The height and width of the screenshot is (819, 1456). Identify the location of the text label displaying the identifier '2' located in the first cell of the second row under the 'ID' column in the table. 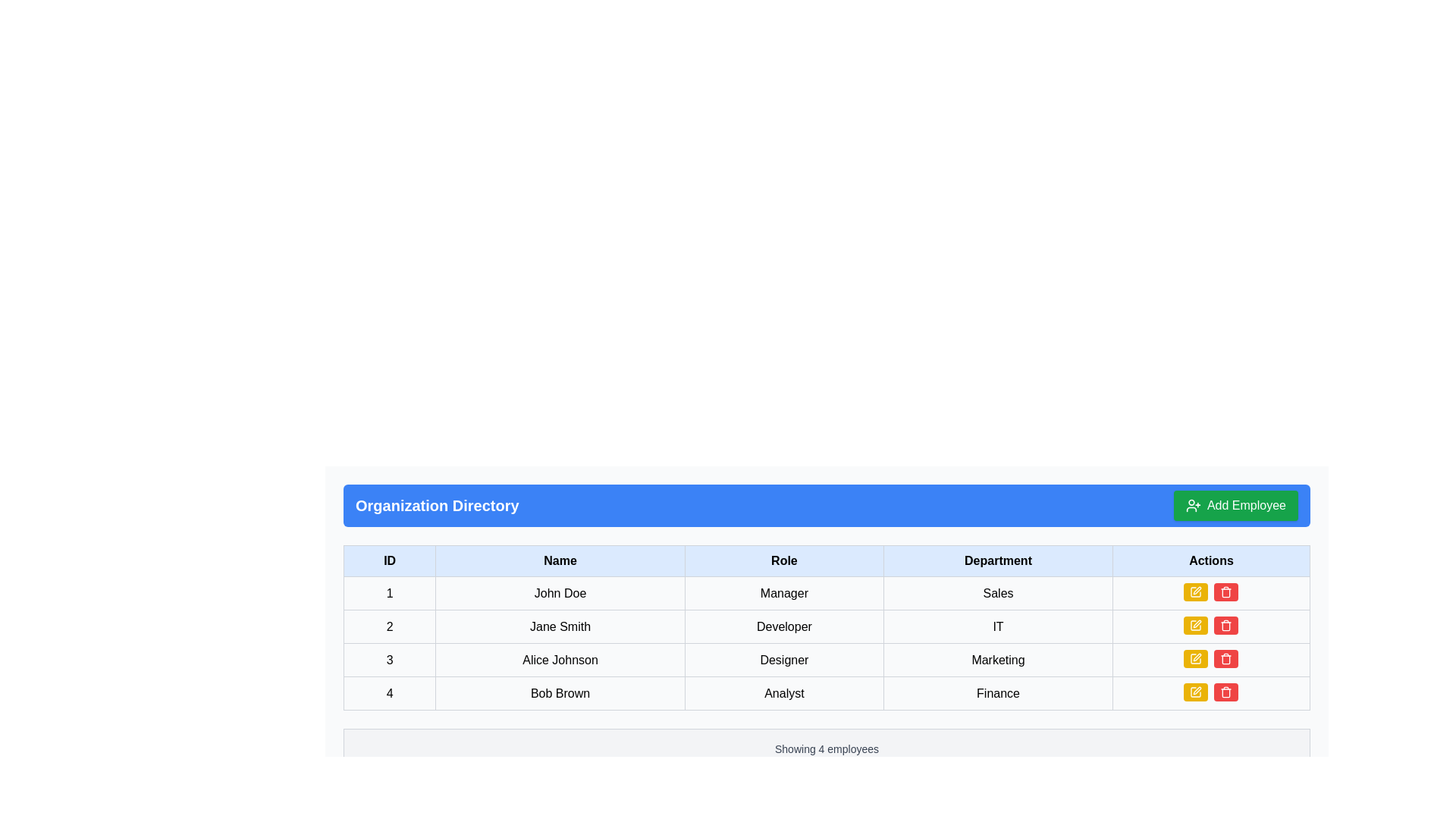
(390, 626).